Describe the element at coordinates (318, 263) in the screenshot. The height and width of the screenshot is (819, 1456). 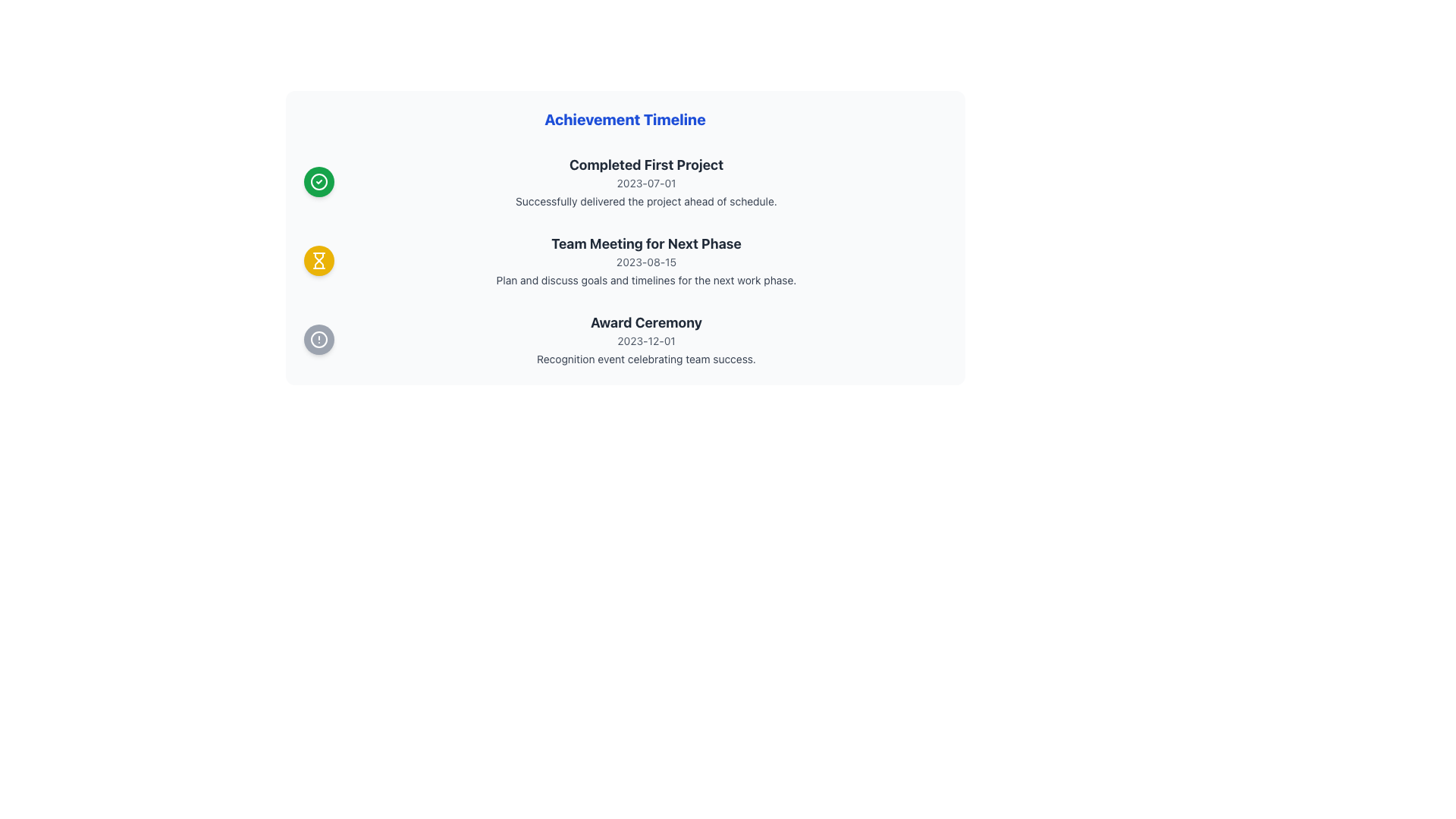
I see `the hourglass SVG icon that represents a timeline milestone, located between a green check mark above and a gray alert icon below, to the left of the text 'Team Meeting for Next Phase'` at that location.